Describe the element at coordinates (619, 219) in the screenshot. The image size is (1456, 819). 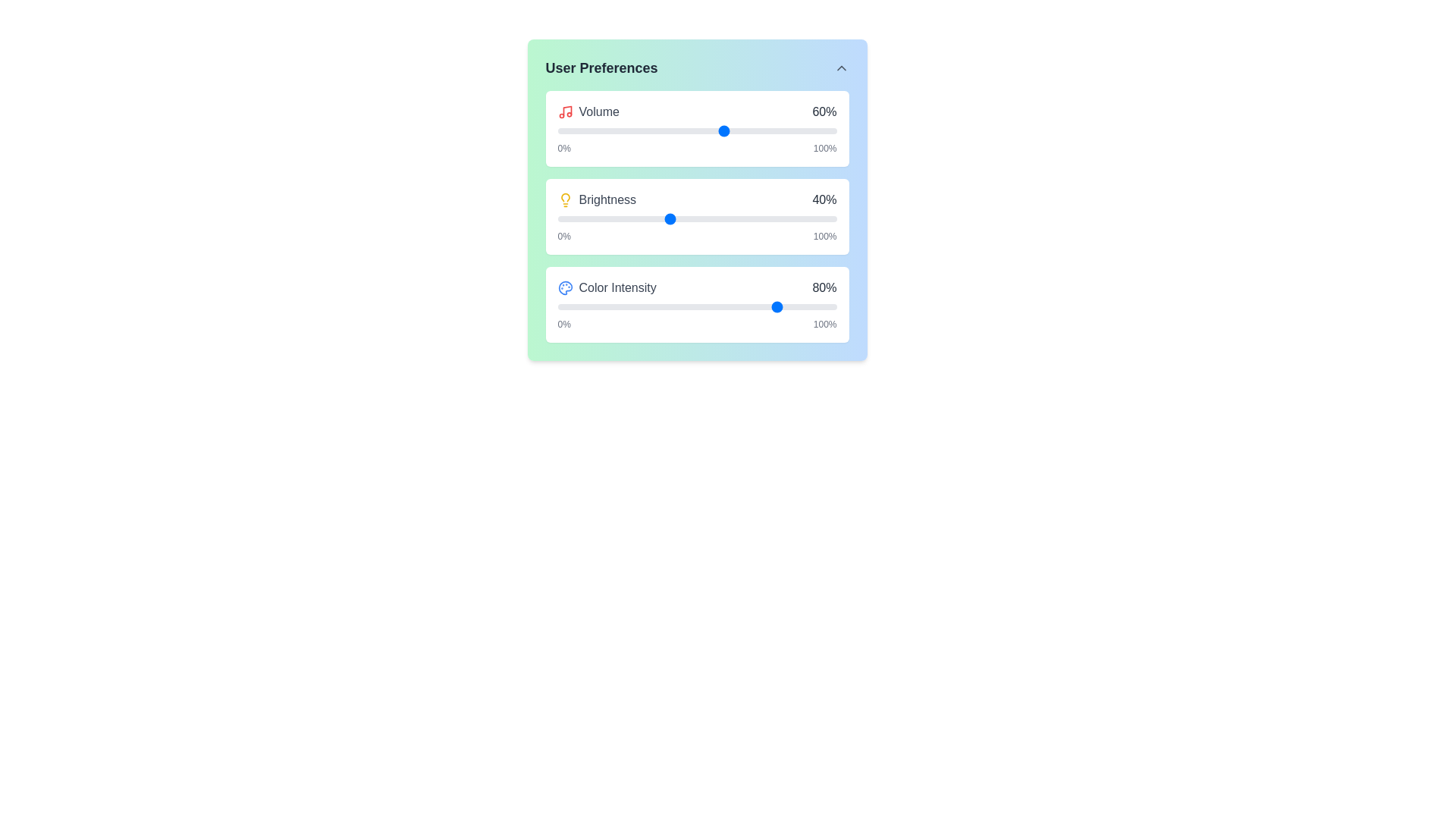
I see `the brightness level` at that location.